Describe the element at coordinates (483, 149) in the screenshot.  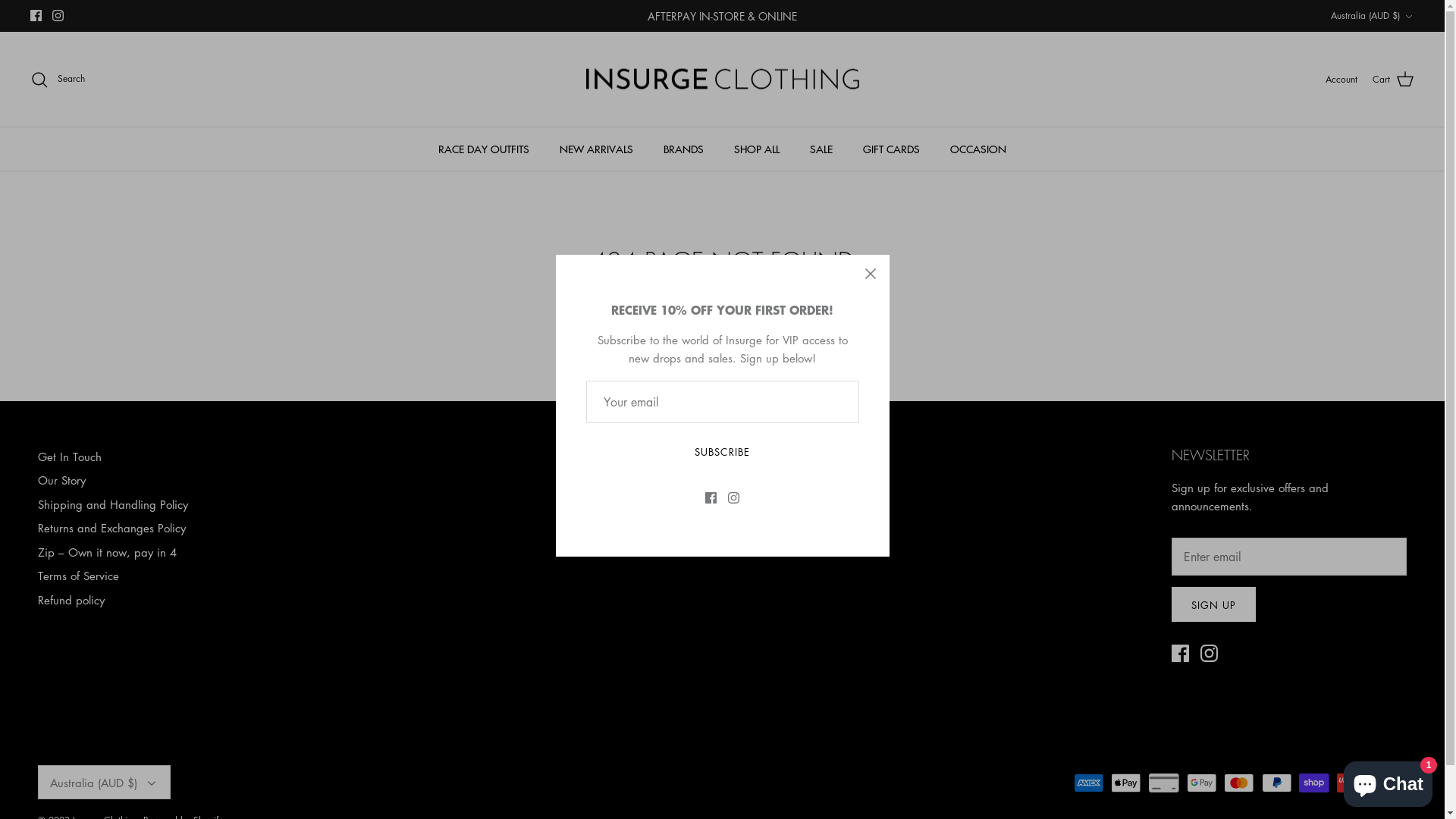
I see `'RACE DAY OUTFITS'` at that location.